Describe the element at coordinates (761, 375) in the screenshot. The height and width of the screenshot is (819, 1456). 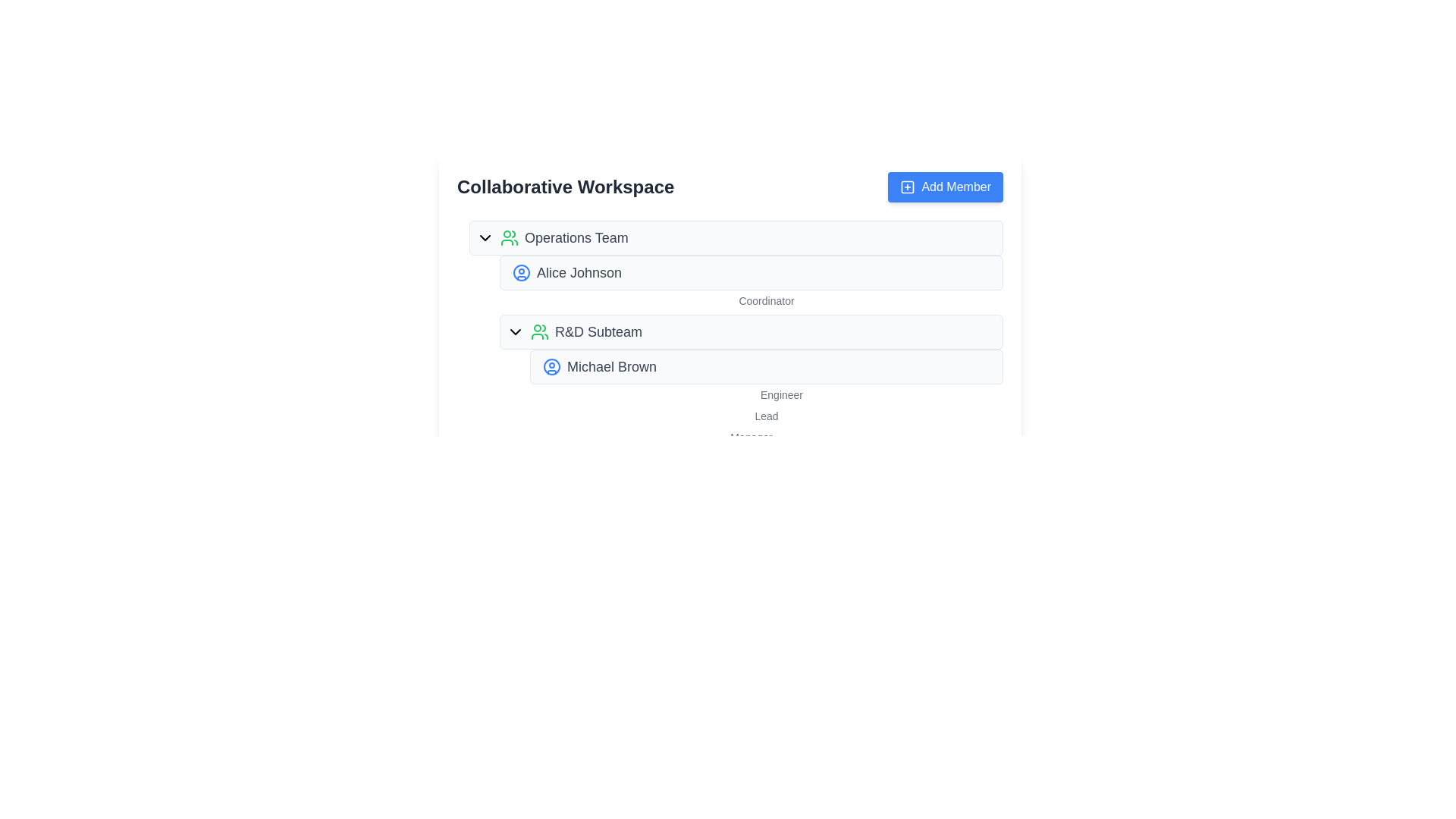
I see `the second list item representing a team member's name and role in the 'R&D Subteam' section` at that location.